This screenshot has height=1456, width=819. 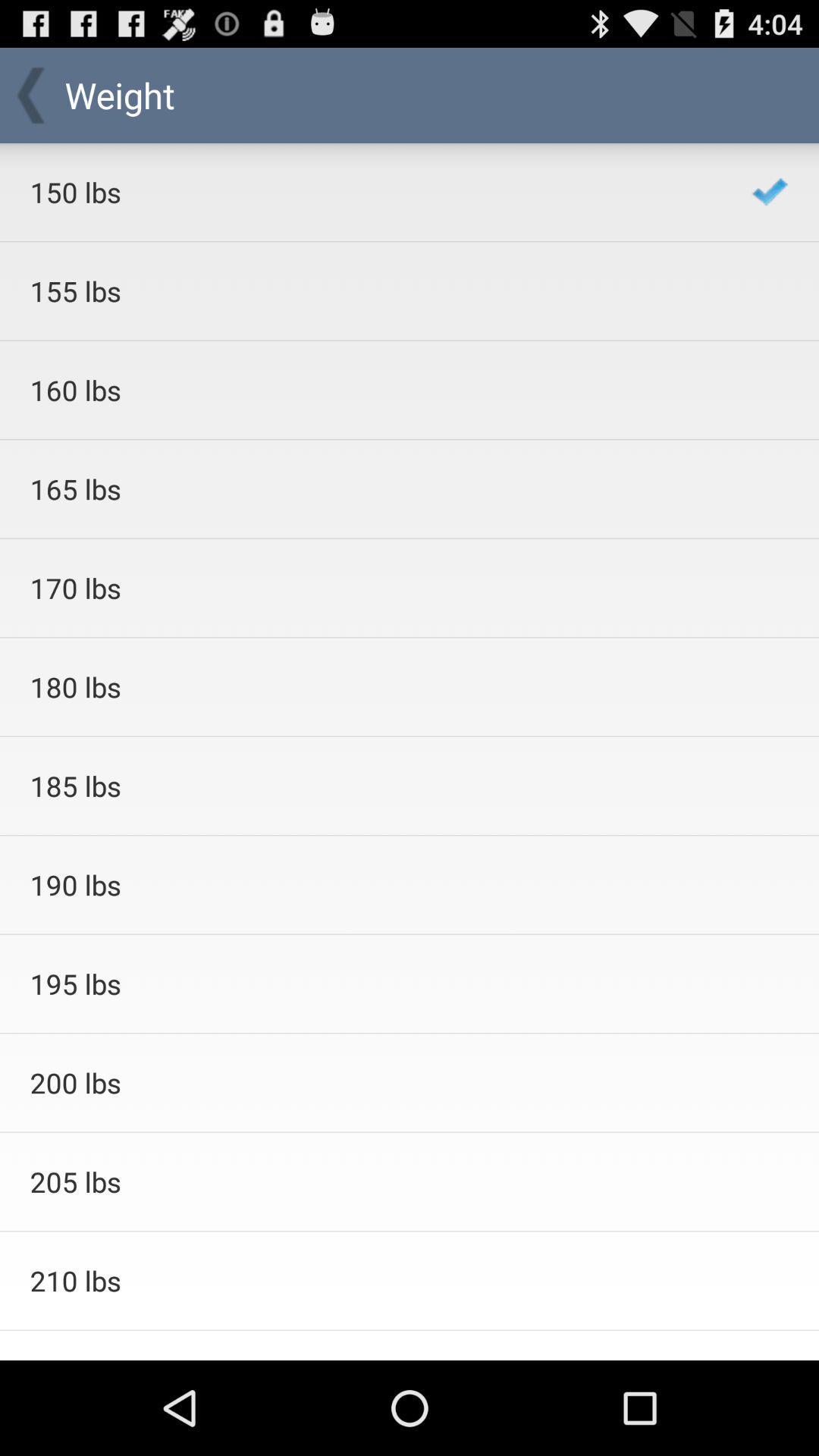 What do you see at coordinates (371, 191) in the screenshot?
I see `150 lbs icon` at bounding box center [371, 191].